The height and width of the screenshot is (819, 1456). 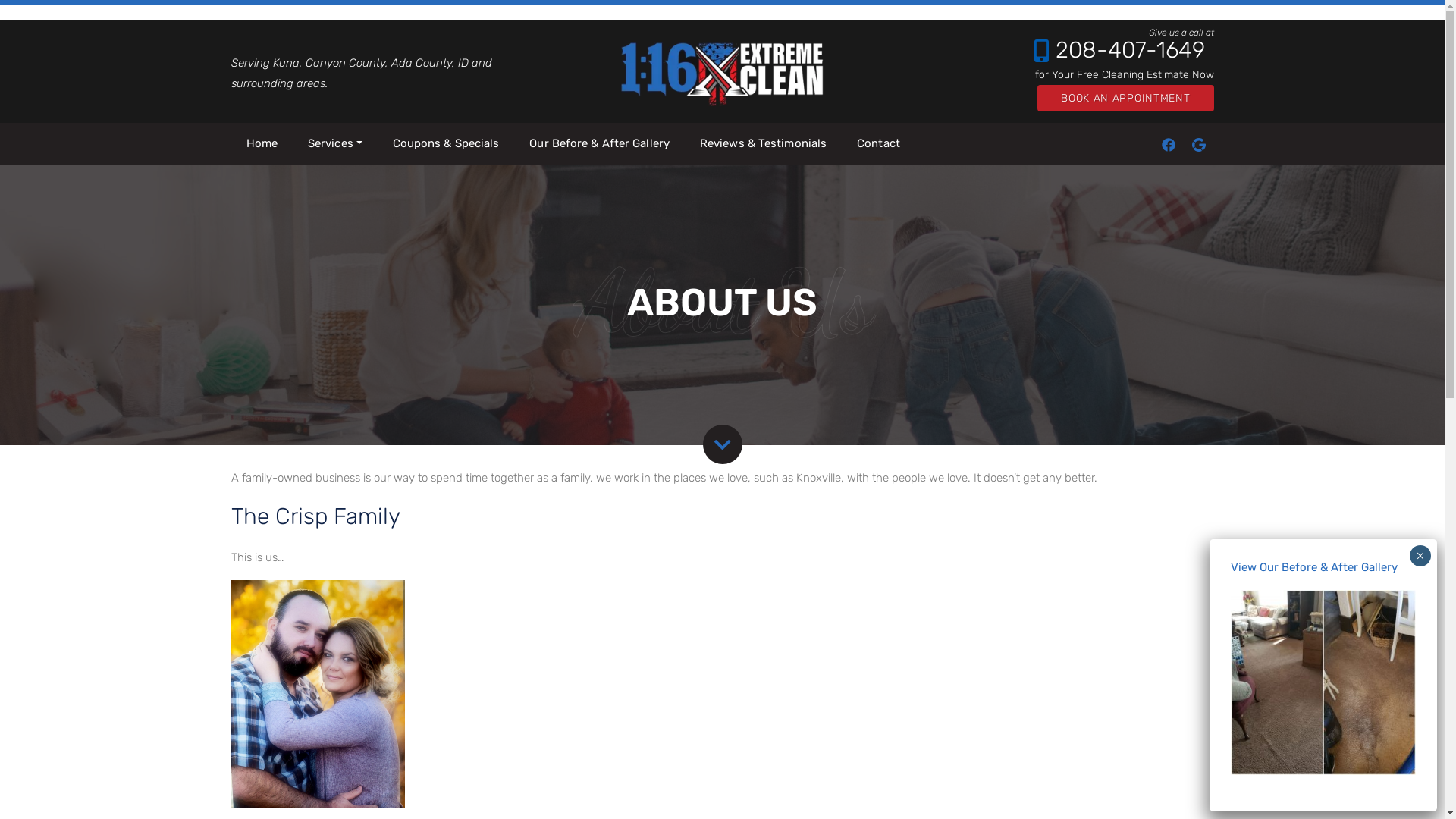 What do you see at coordinates (334, 143) in the screenshot?
I see `'Services'` at bounding box center [334, 143].